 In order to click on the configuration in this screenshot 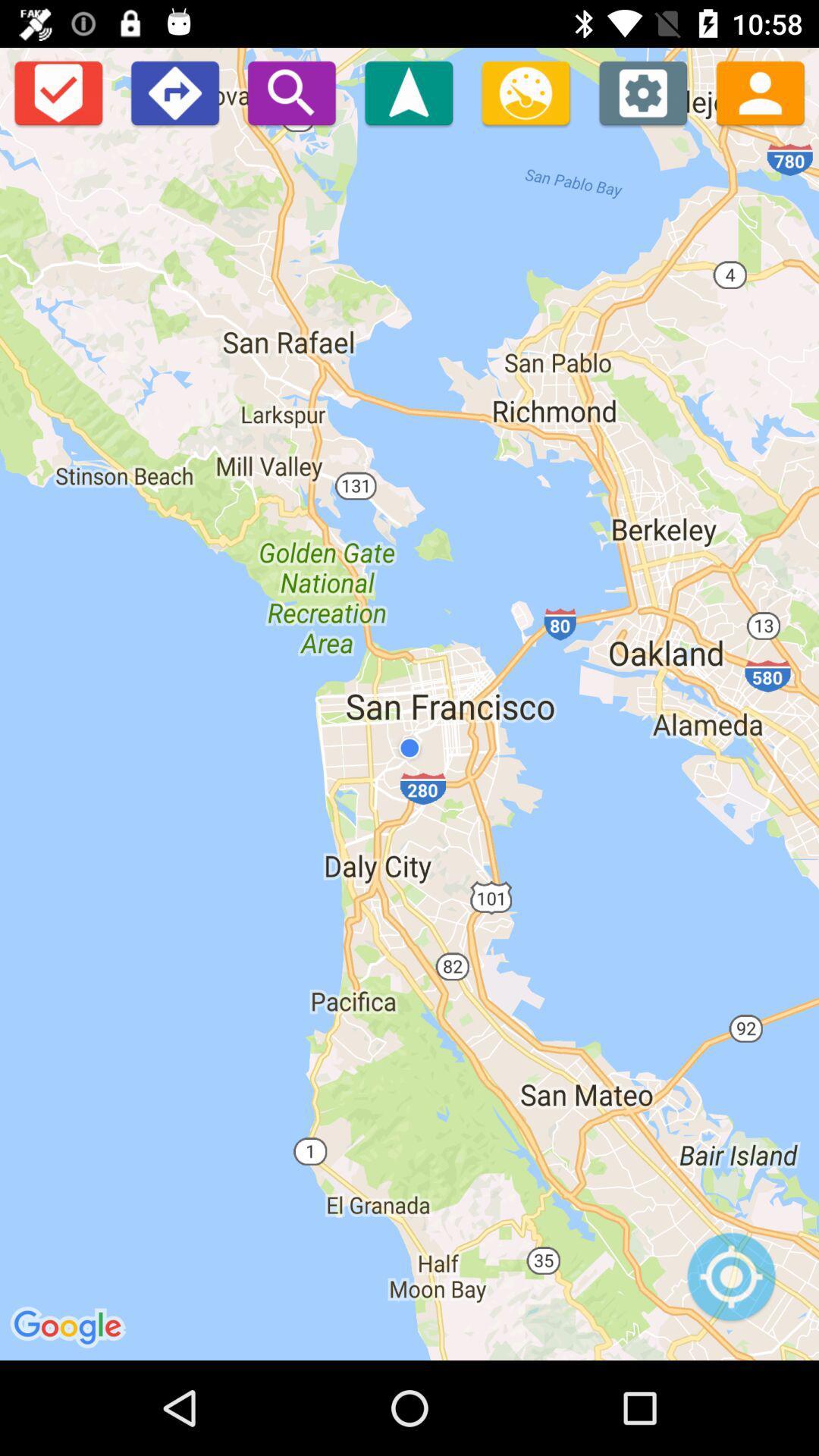, I will do `click(643, 92)`.